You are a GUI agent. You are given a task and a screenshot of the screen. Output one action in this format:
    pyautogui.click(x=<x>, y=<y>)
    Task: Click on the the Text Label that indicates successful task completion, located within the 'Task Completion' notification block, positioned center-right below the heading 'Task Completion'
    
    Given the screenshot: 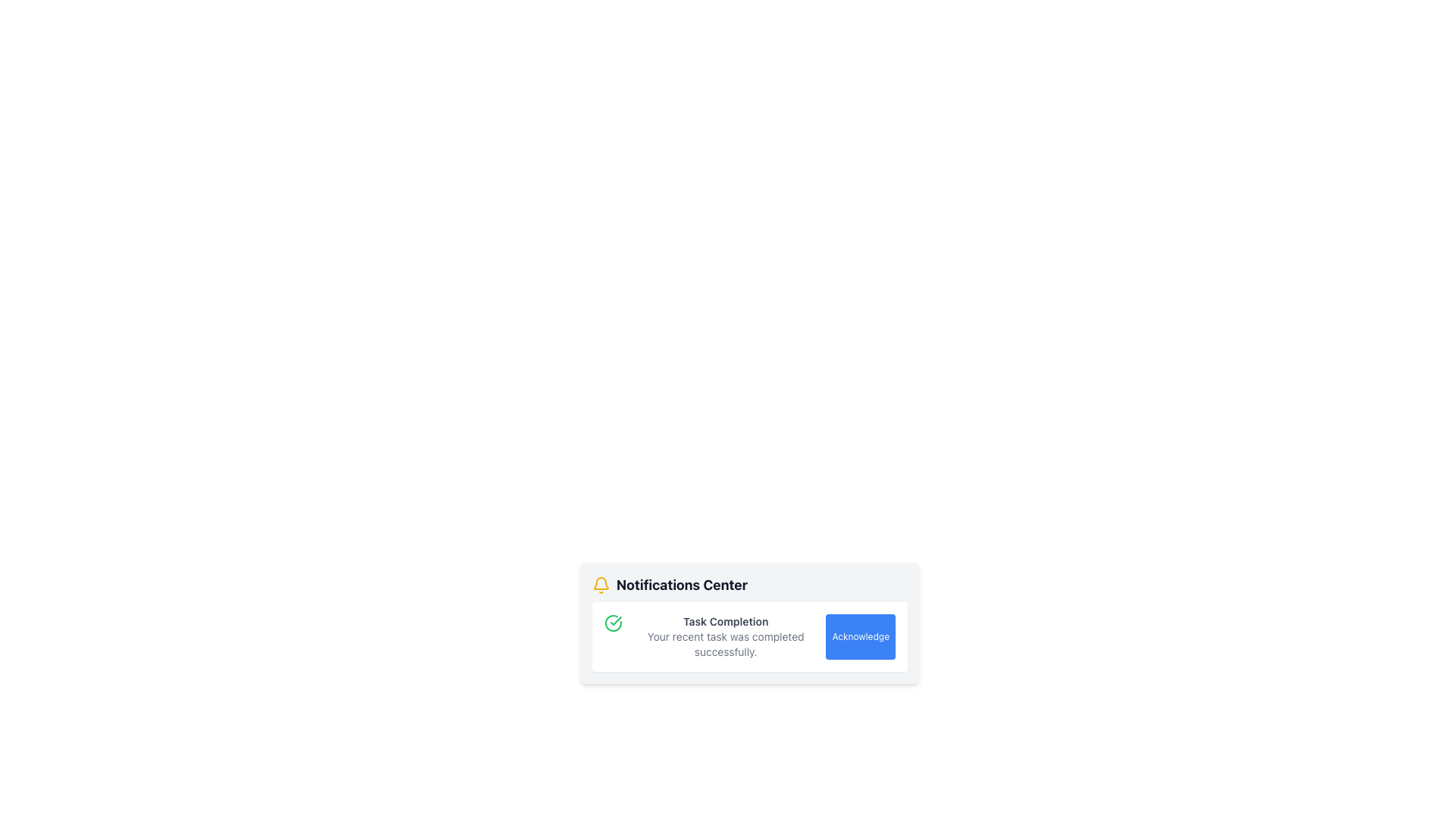 What is the action you would take?
    pyautogui.click(x=725, y=644)
    